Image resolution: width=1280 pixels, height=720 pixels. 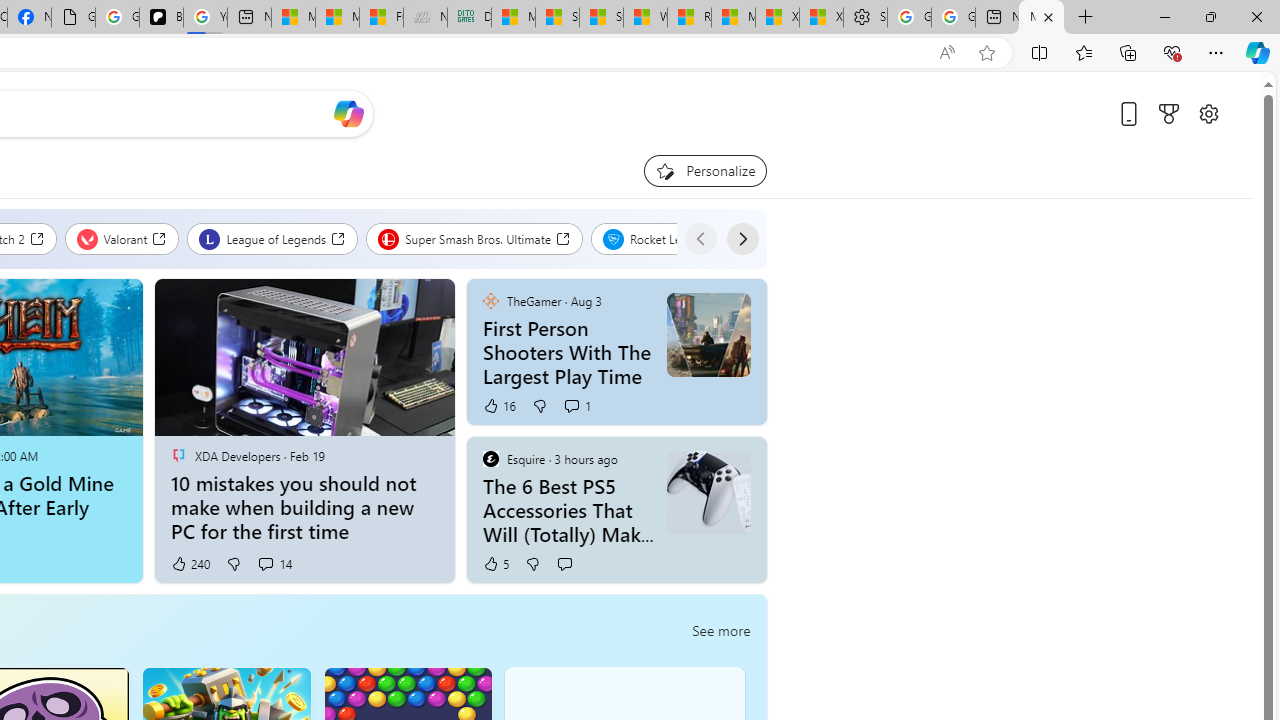 What do you see at coordinates (600, 17) in the screenshot?
I see `'Stocks - MSN'` at bounding box center [600, 17].